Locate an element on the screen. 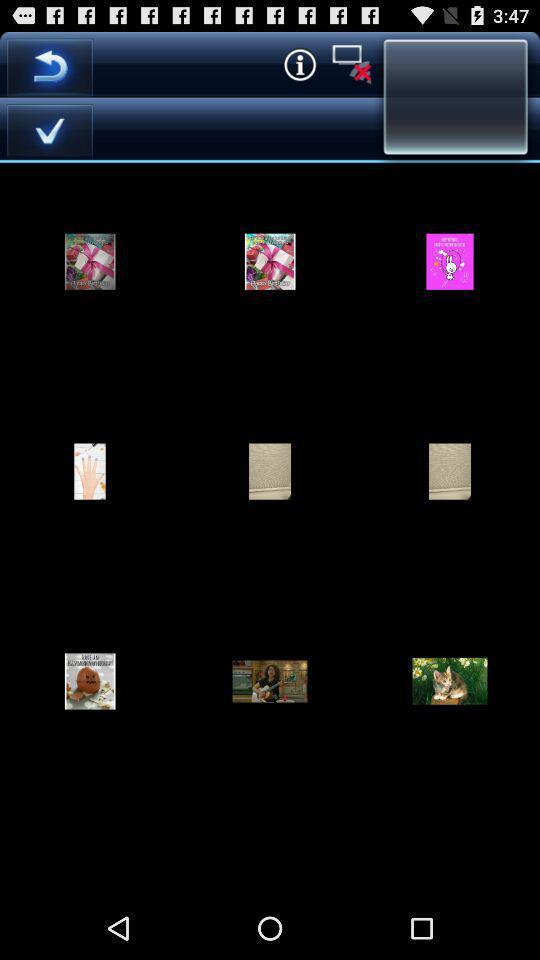  the info icon is located at coordinates (298, 68).